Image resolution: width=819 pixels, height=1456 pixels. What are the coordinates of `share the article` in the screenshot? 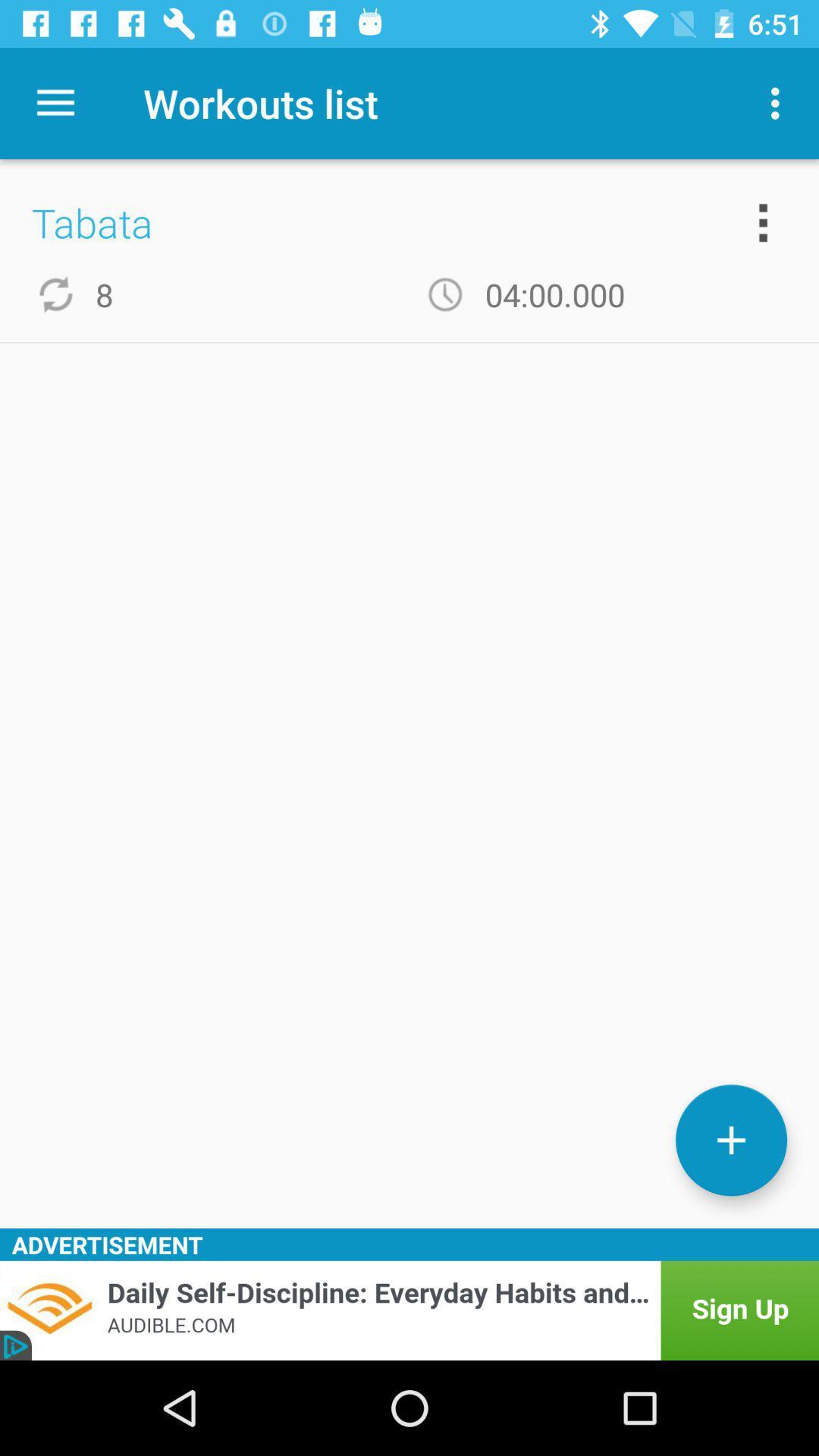 It's located at (409, 1310).